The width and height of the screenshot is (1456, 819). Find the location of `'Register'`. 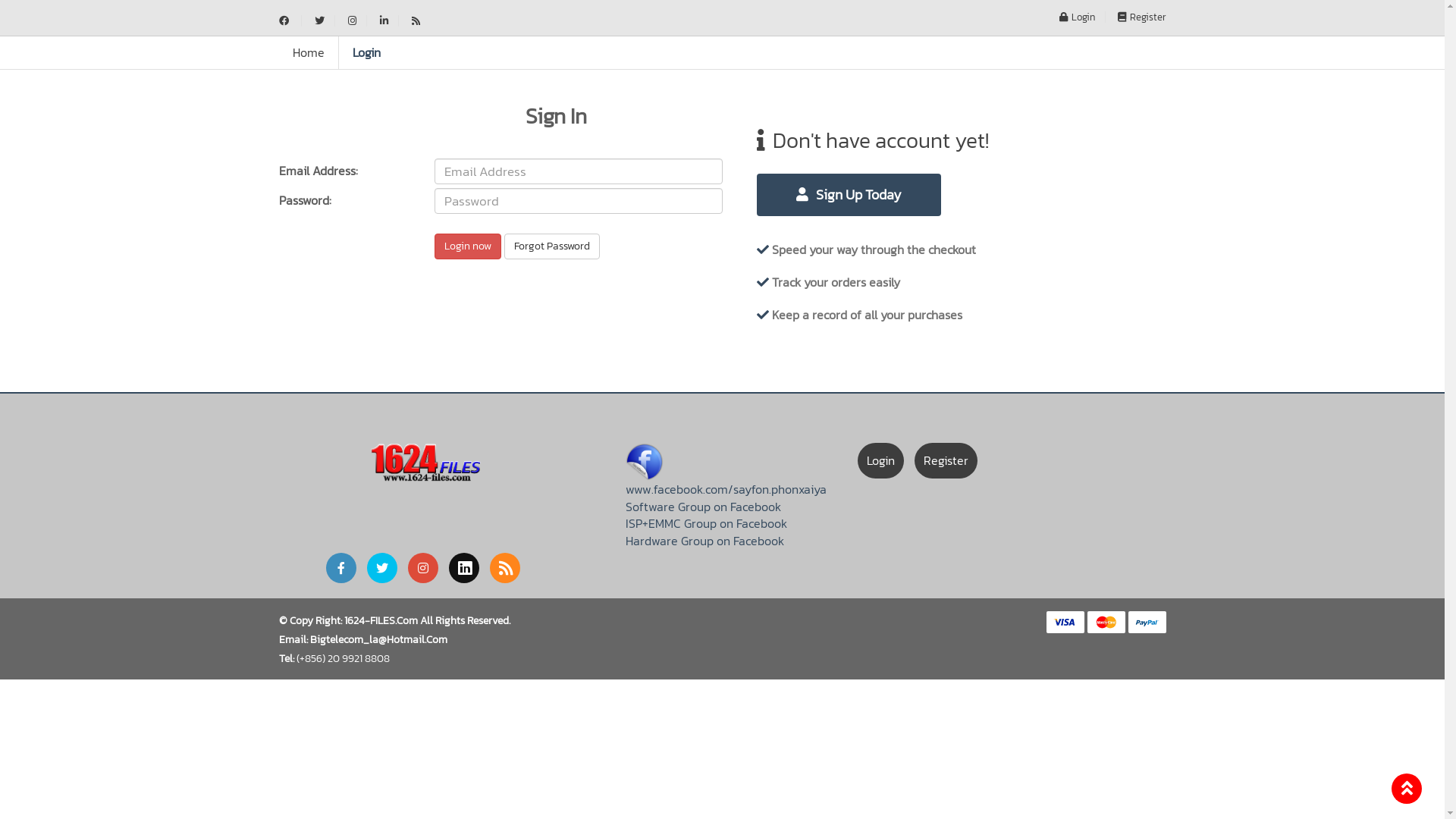

'Register' is located at coordinates (1109, 17).